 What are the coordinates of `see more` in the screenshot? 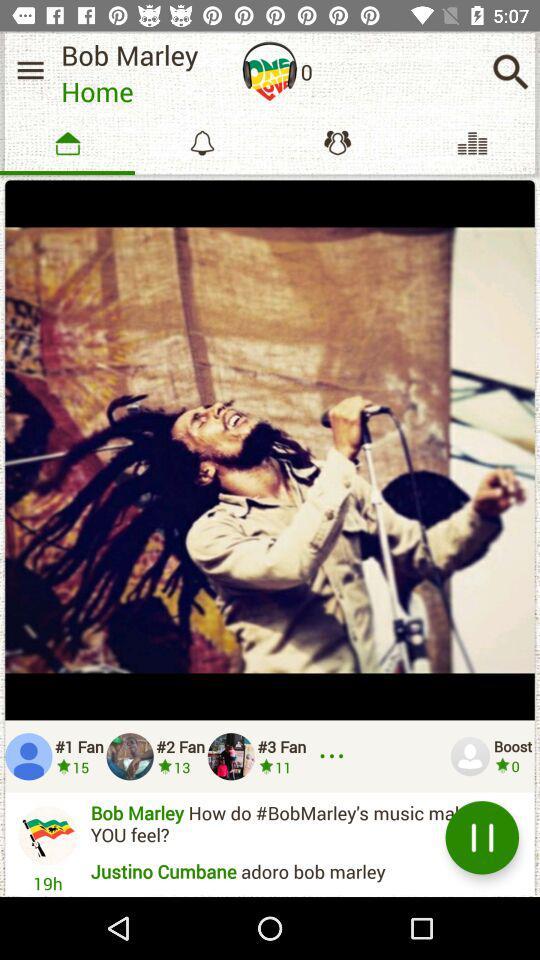 It's located at (335, 755).